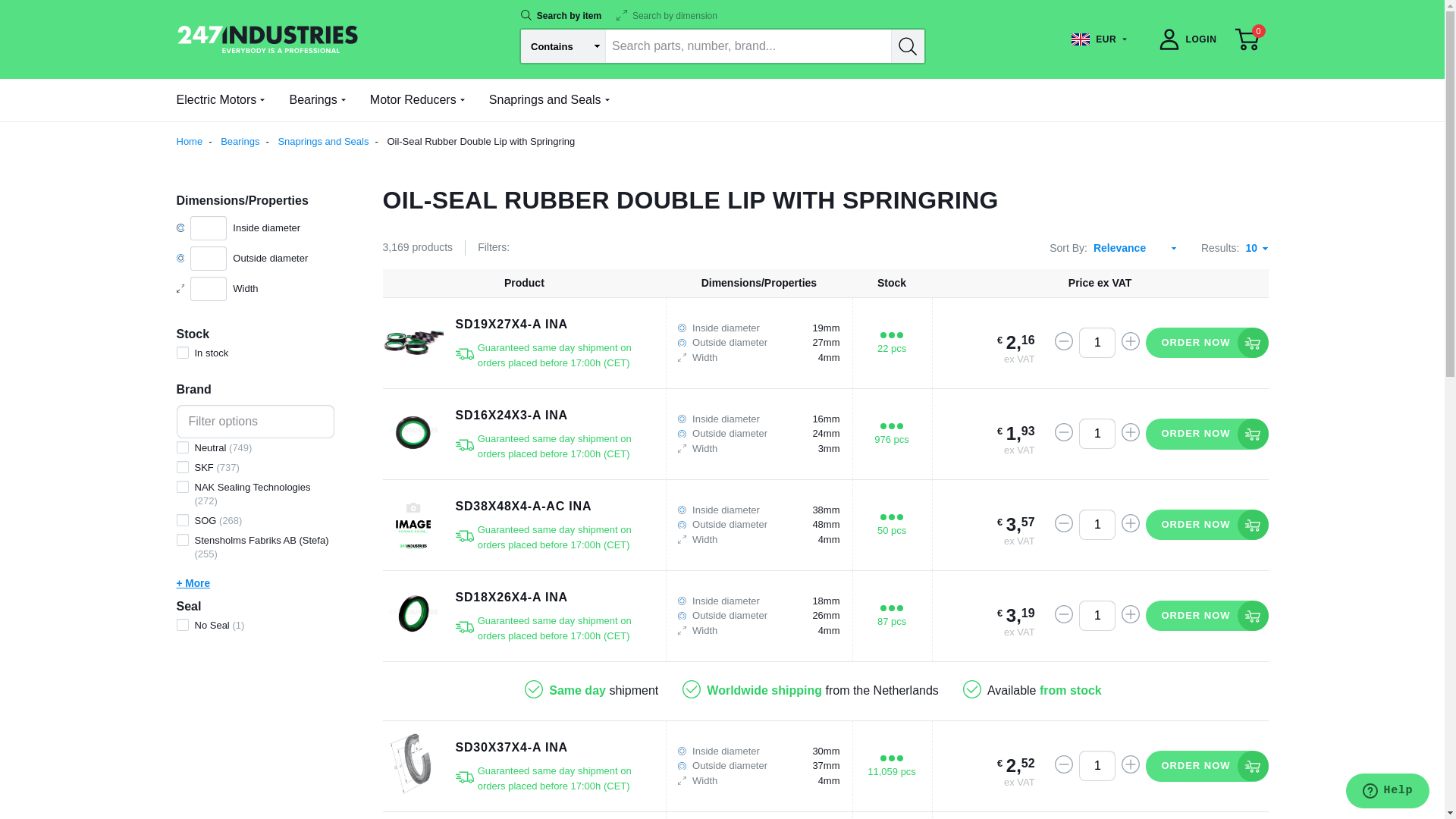 This screenshot has width=1456, height=819. Describe the element at coordinates (255, 583) in the screenshot. I see `'+ More'` at that location.